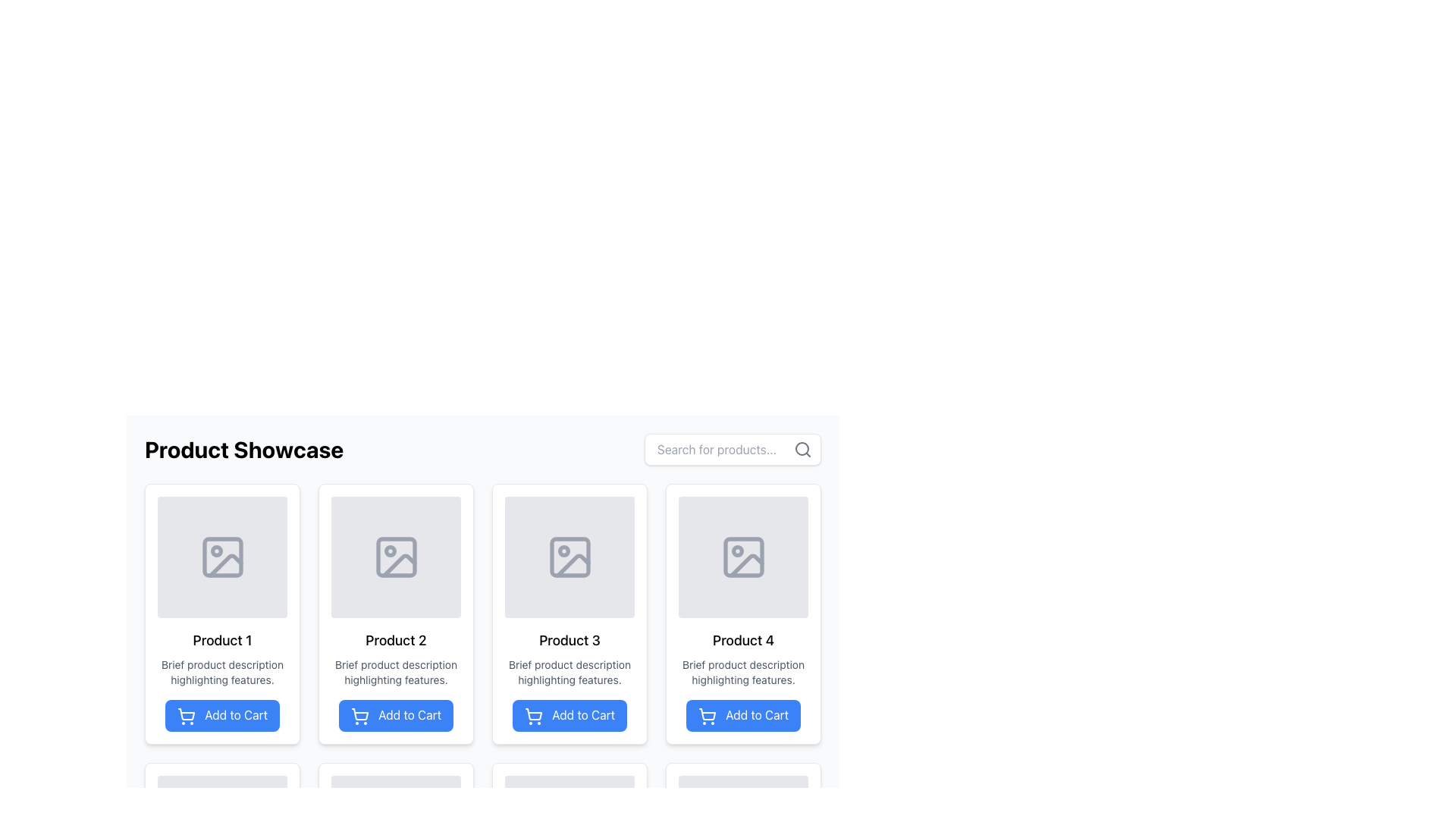  Describe the element at coordinates (221, 557) in the screenshot. I see `the Image Placeholder at the top of the Product 1 card, which indicates where a product's picture would appear` at that location.